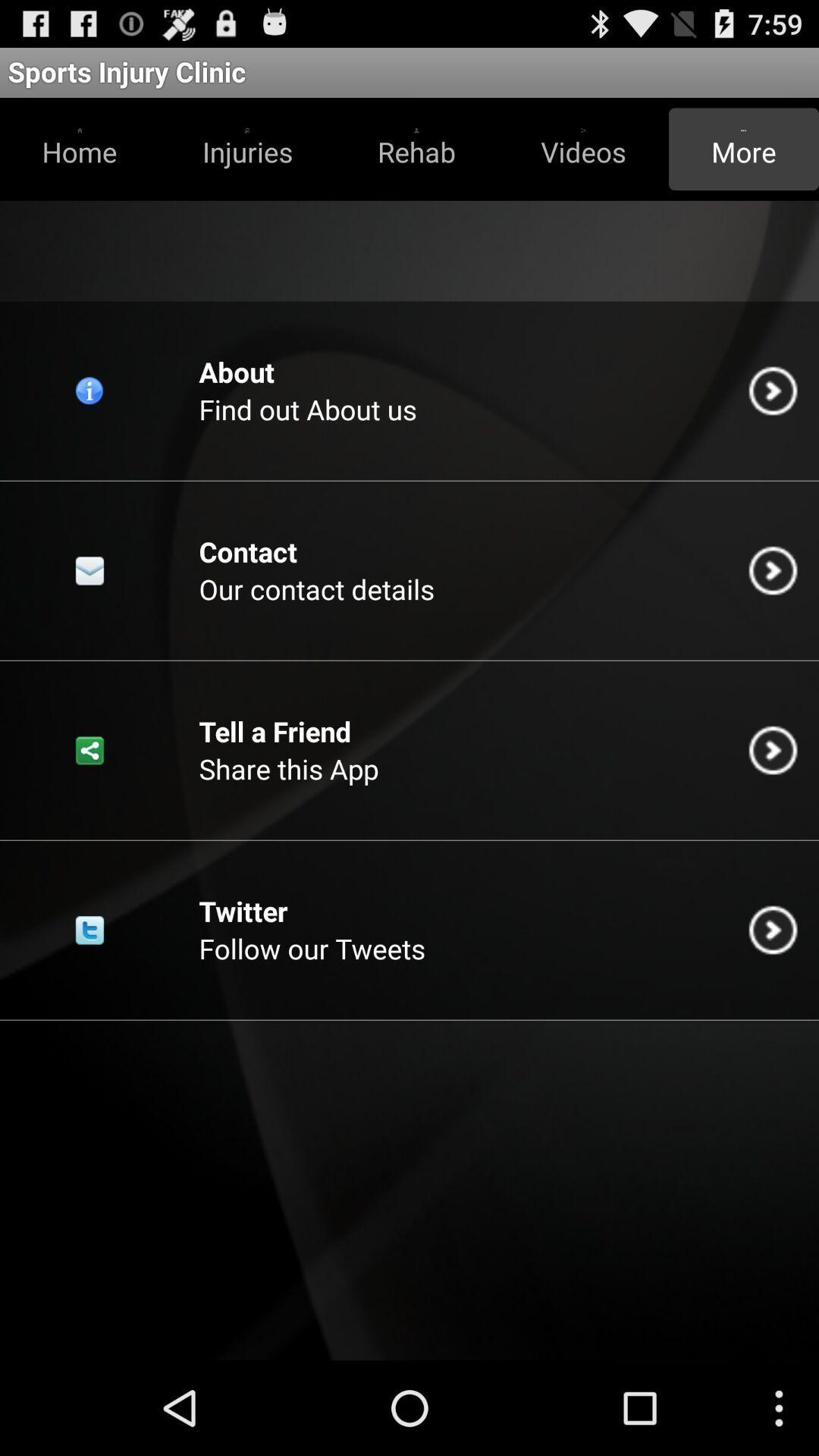 This screenshot has height=1456, width=819. Describe the element at coordinates (773, 750) in the screenshot. I see `icon to the right of share this app item` at that location.